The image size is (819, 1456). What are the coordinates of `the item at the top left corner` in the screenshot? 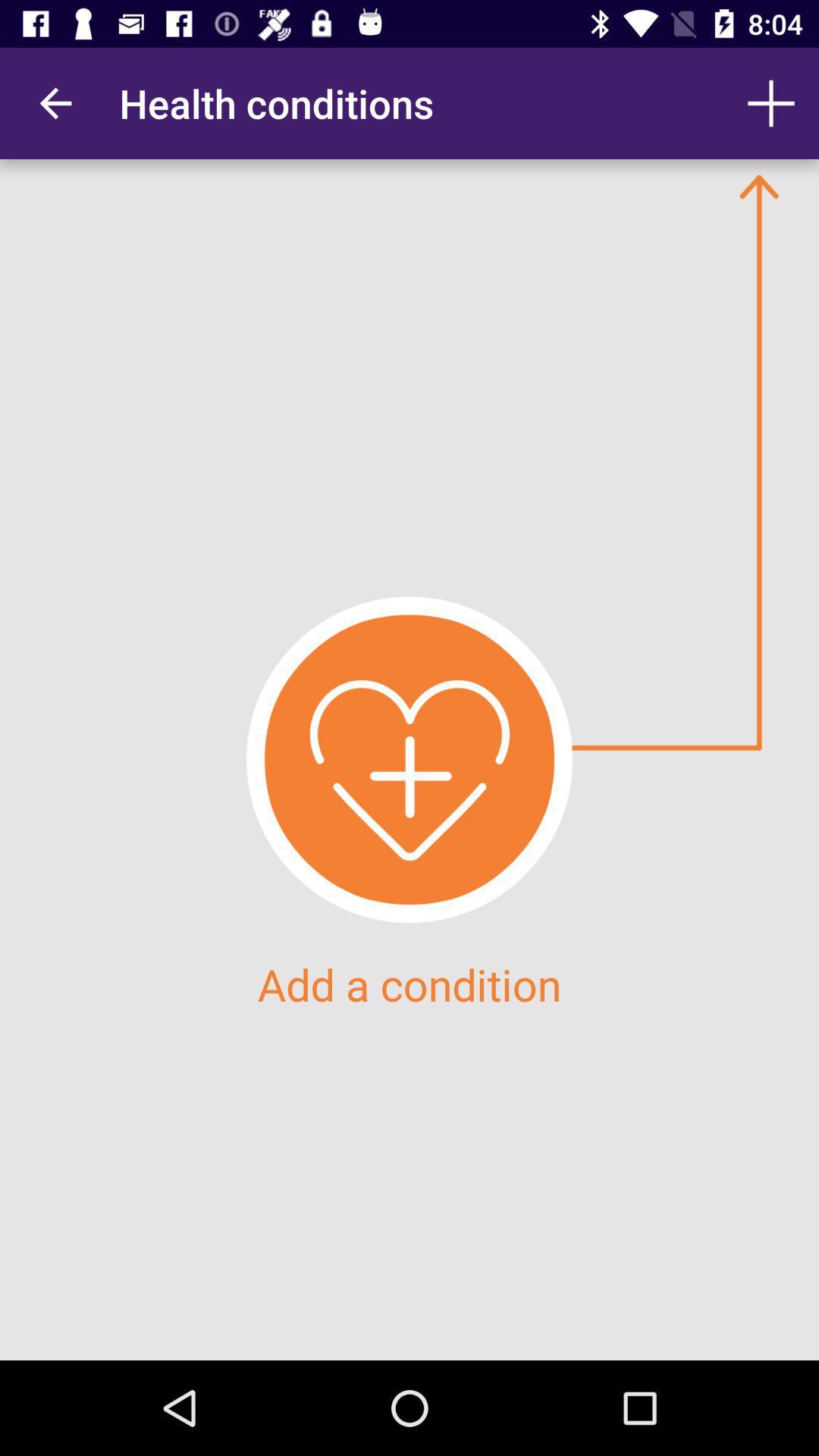 It's located at (55, 102).